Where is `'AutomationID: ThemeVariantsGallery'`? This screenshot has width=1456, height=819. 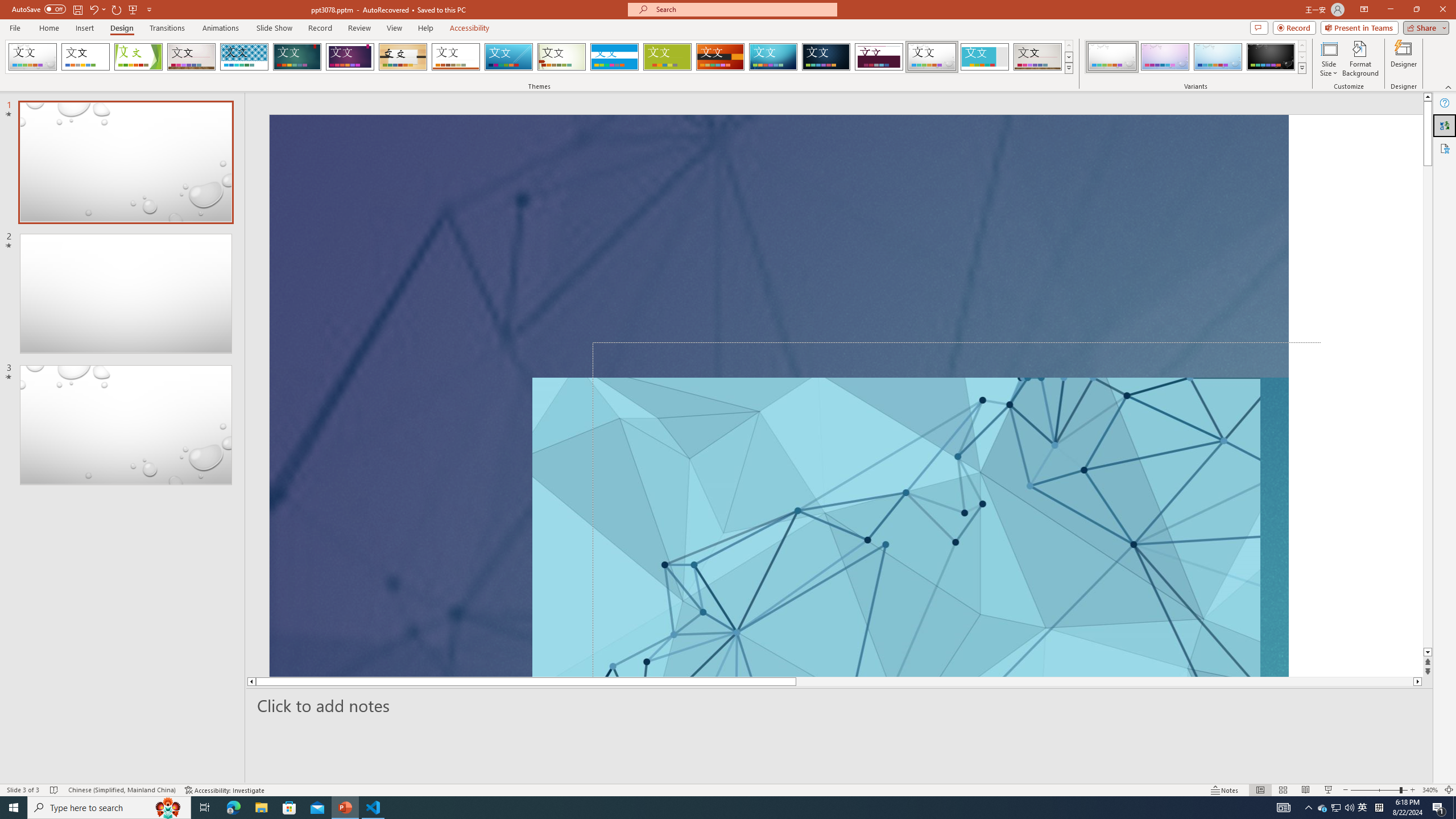
'AutomationID: ThemeVariantsGallery' is located at coordinates (1196, 56).